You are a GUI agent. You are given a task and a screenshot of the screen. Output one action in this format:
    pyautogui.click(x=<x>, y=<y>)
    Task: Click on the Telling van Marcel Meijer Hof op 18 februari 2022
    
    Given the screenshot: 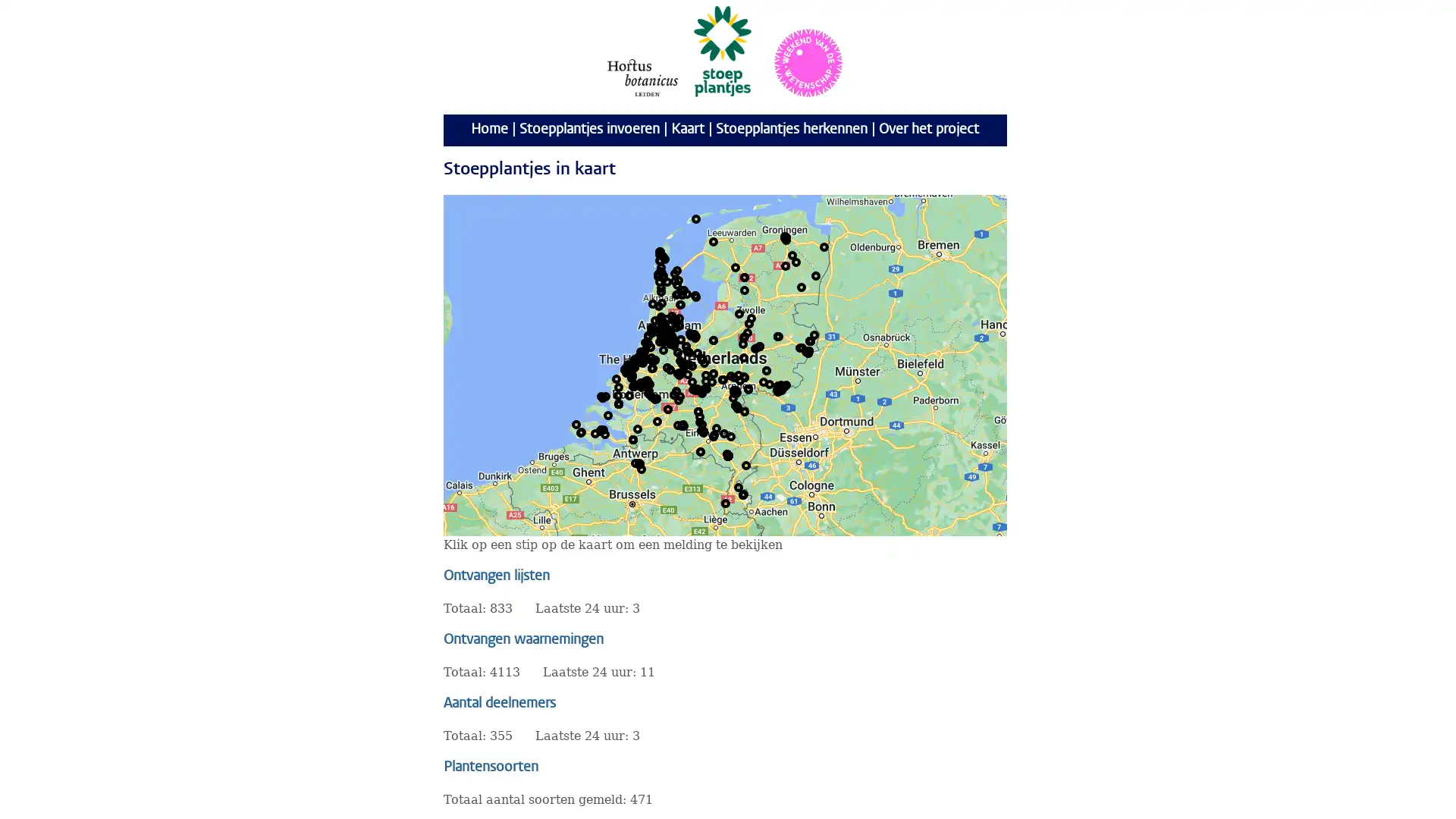 What is the action you would take?
    pyautogui.click(x=807, y=351)
    